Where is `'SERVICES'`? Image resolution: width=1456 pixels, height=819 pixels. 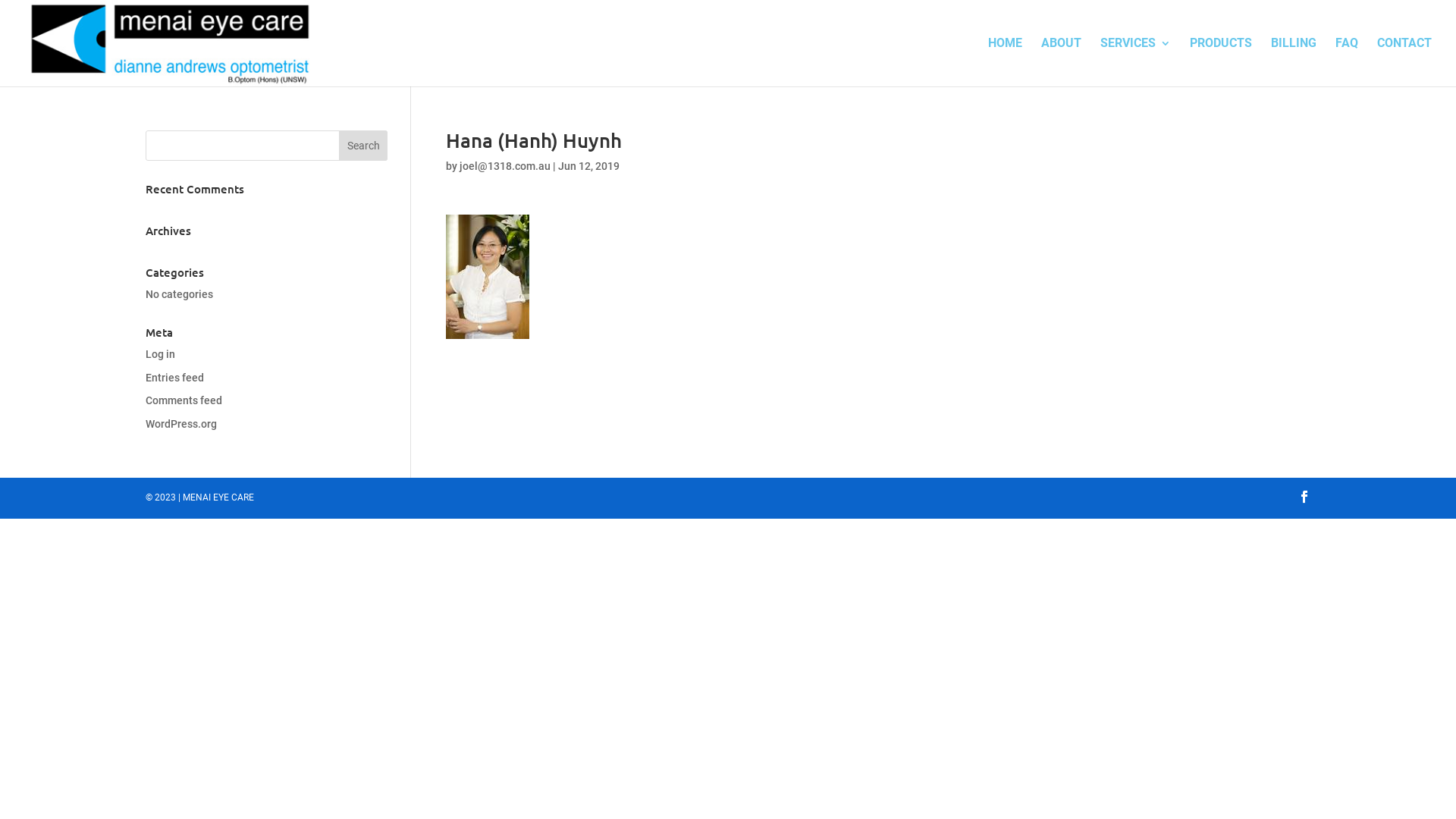 'SERVICES' is located at coordinates (1135, 61).